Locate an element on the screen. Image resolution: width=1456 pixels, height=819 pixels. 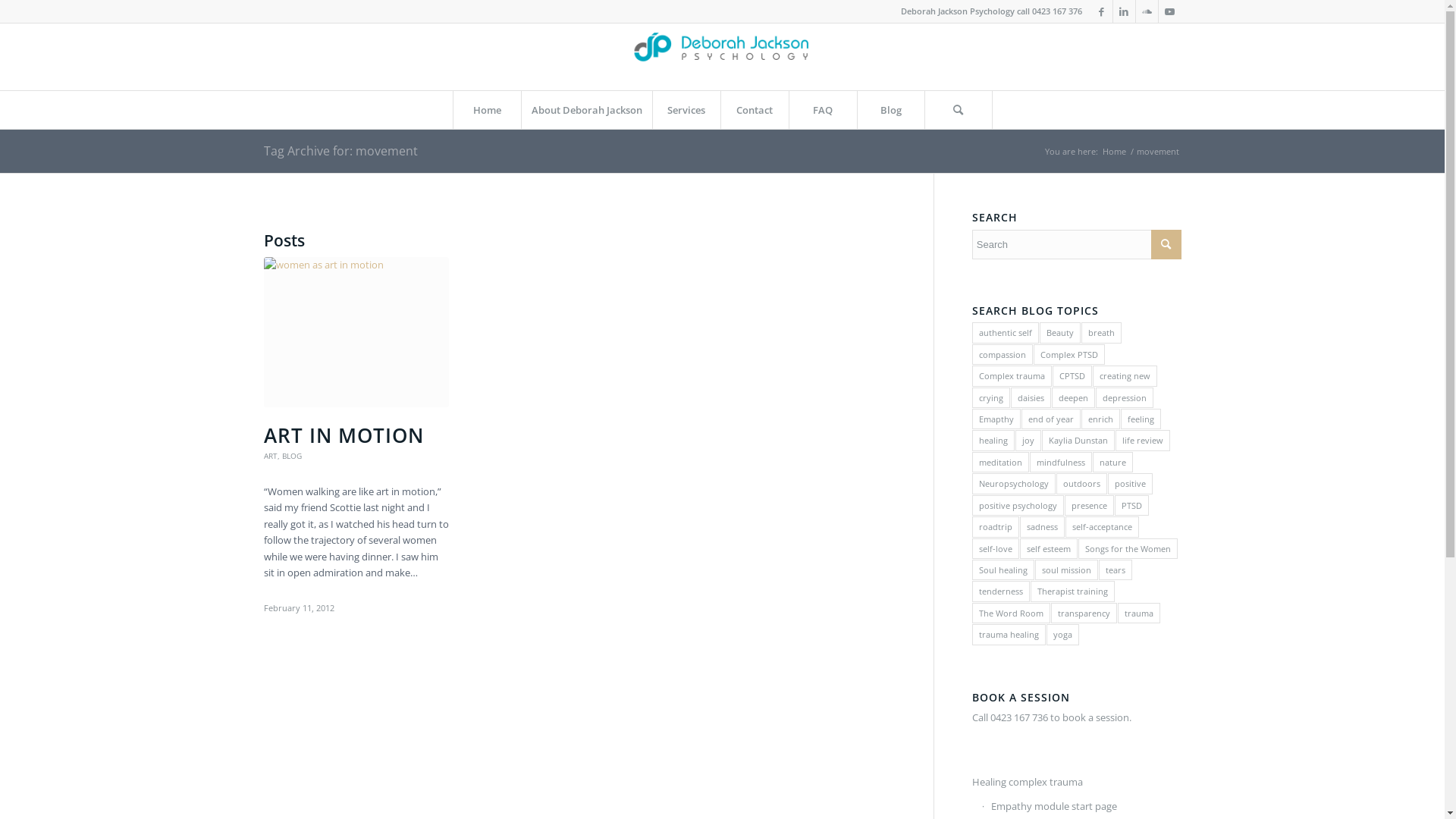
'FAQ' is located at coordinates (821, 109).